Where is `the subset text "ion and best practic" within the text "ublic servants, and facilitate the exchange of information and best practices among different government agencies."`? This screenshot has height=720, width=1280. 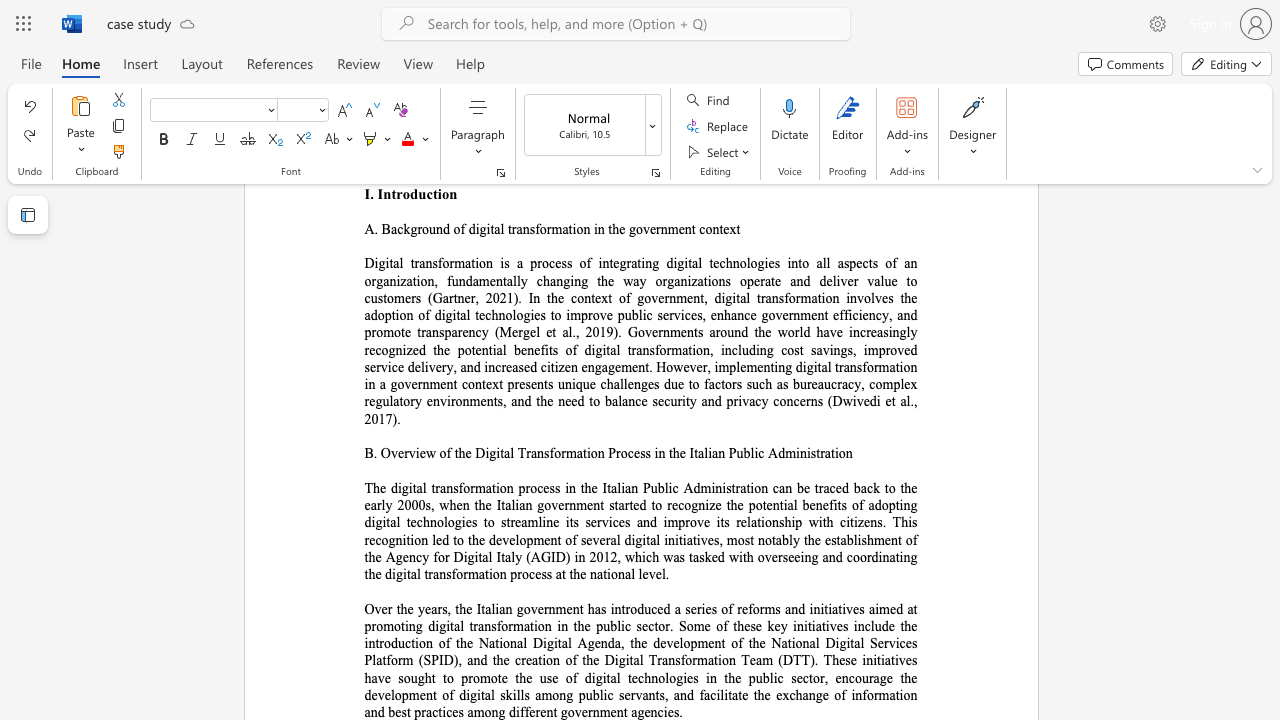 the subset text "ion and best practic" within the text "ublic servants, and facilitate the exchange of information and best practices among different government agencies." is located at coordinates (898, 694).